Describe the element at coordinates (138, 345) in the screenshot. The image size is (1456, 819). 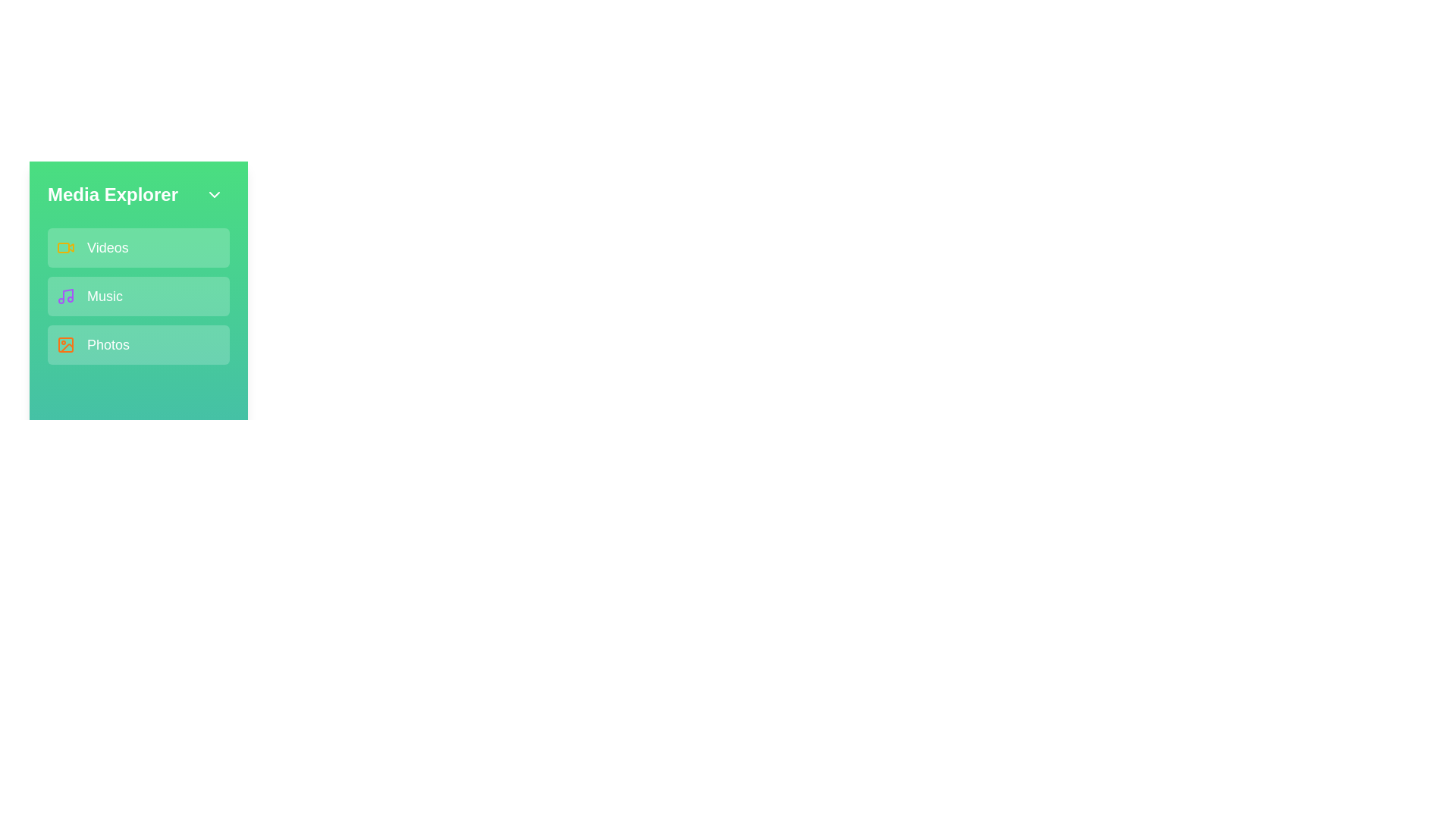
I see `the media category Photos from the sidebar` at that location.